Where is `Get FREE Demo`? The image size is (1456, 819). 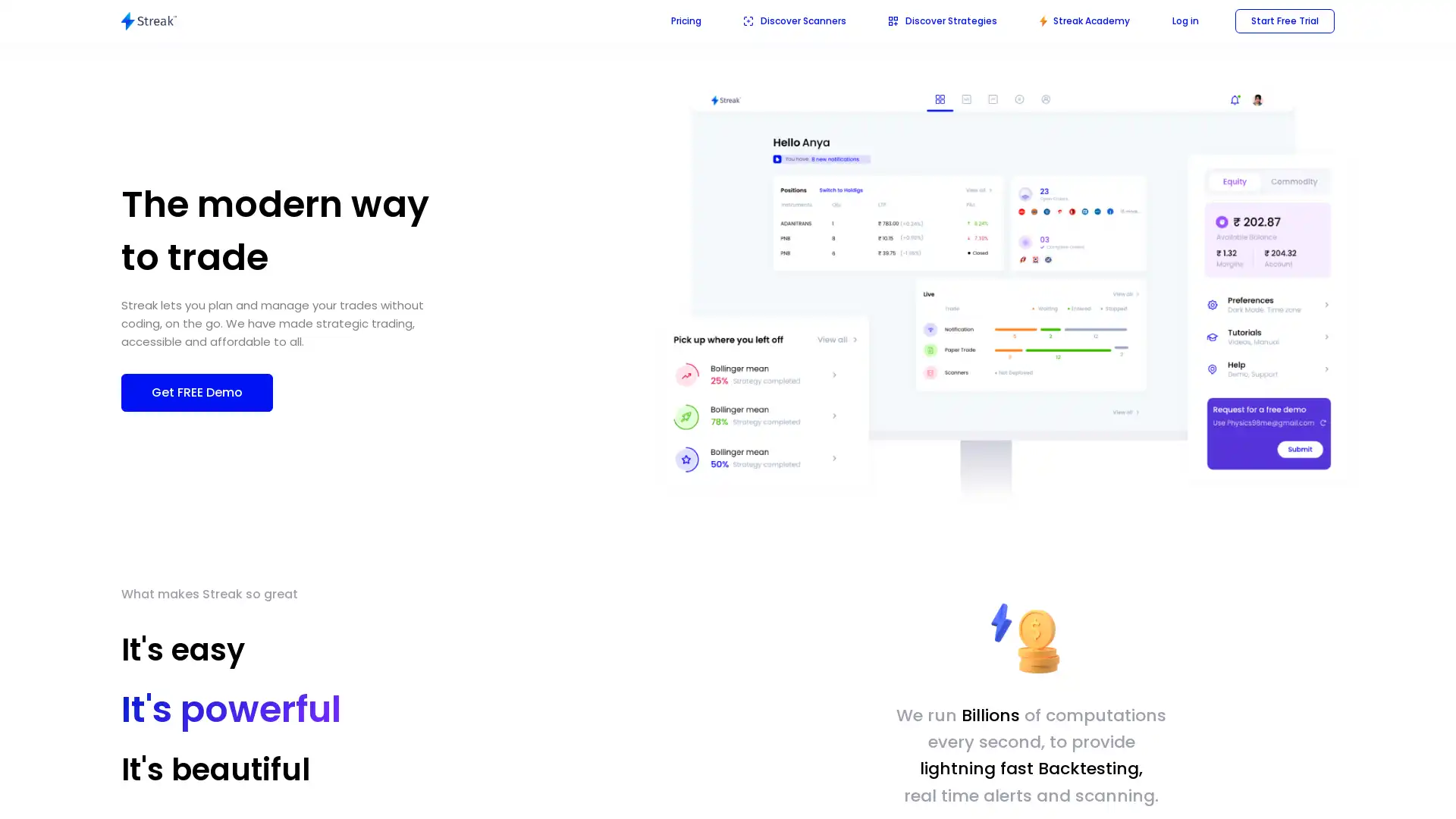
Get FREE Demo is located at coordinates (196, 391).